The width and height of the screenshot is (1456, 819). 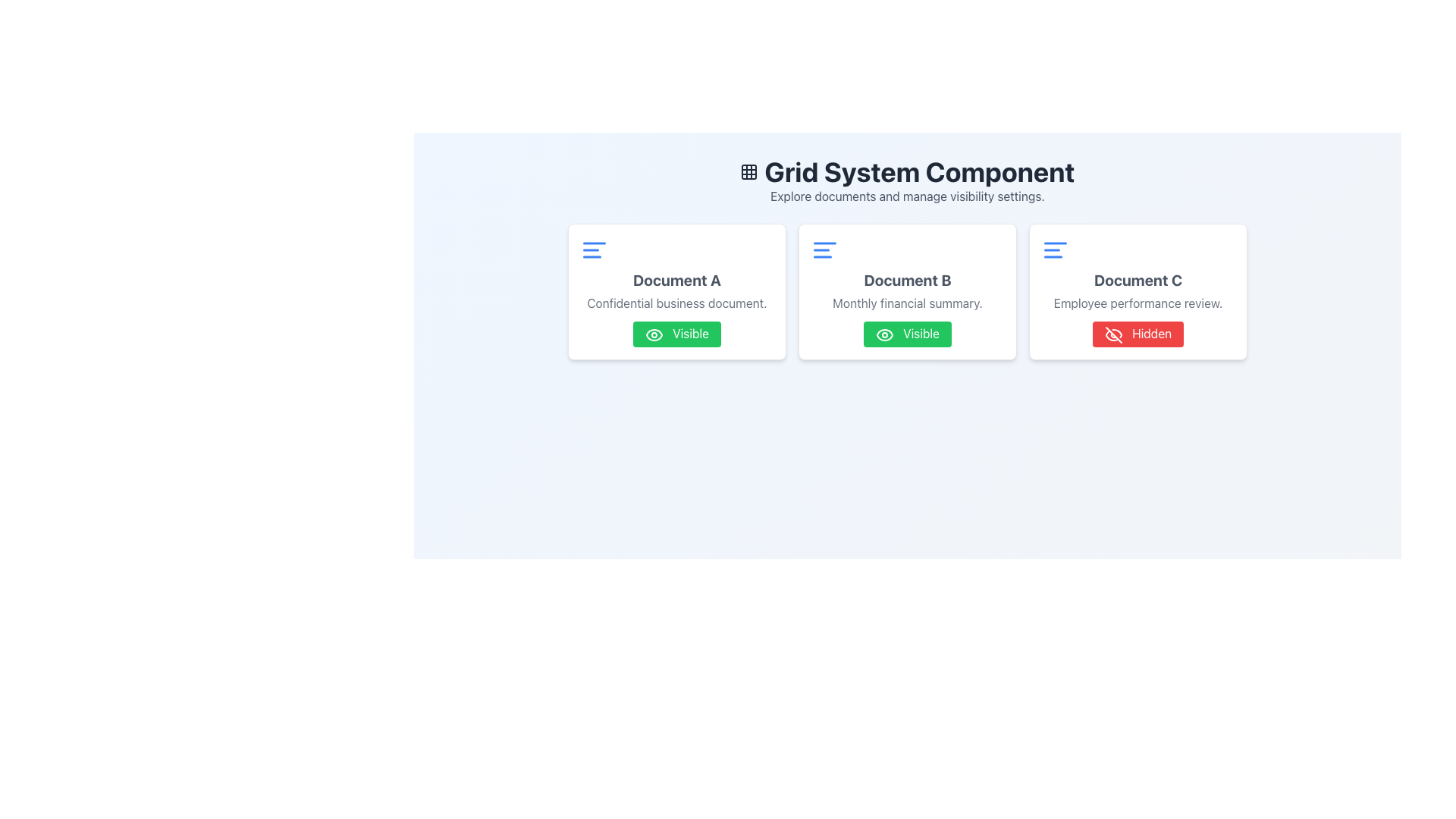 I want to click on the eye icon within the 'Visible' button on the 'Document B' card, so click(x=884, y=334).